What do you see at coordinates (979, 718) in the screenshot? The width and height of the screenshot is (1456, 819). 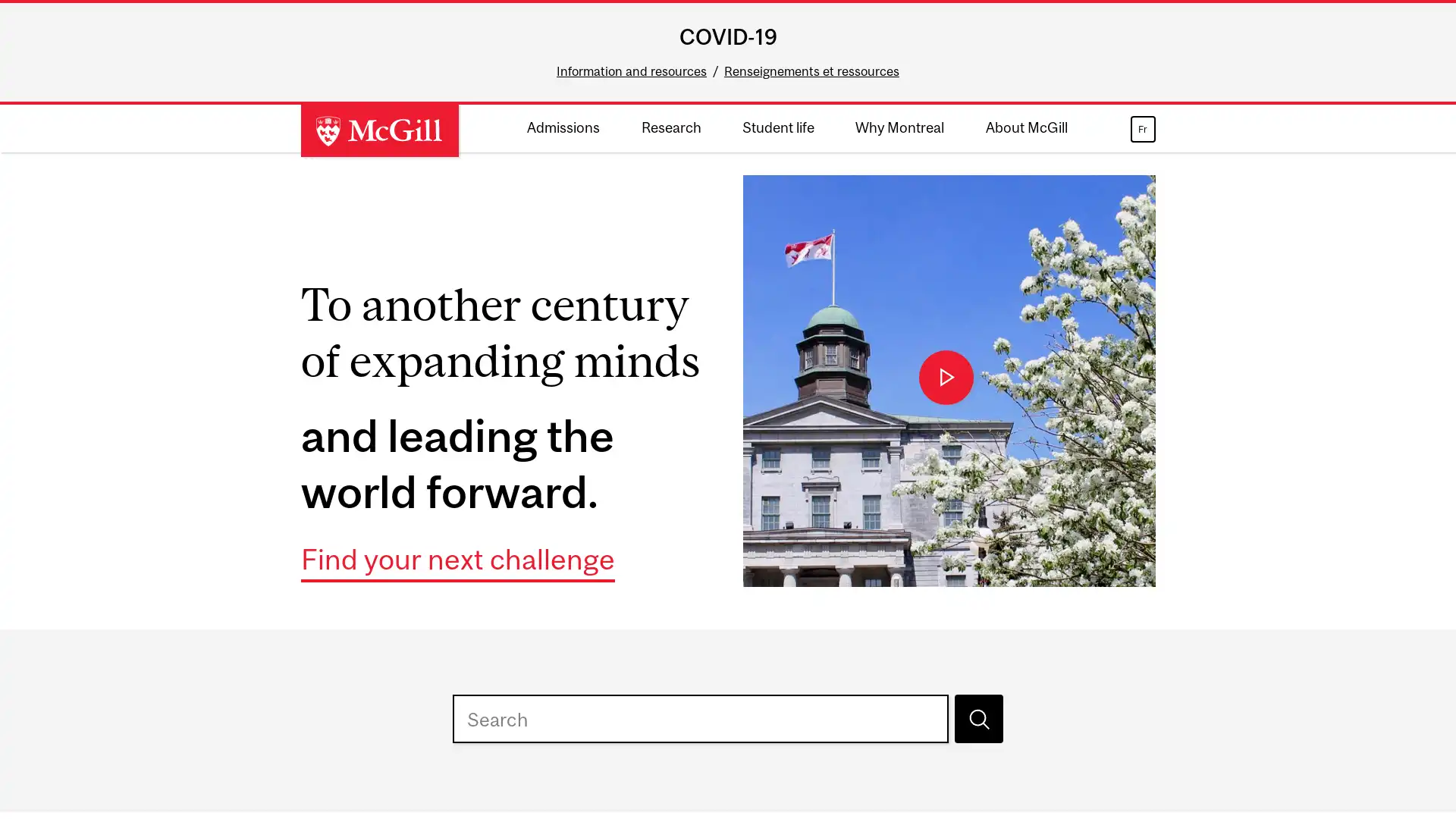 I see `Search` at bounding box center [979, 718].